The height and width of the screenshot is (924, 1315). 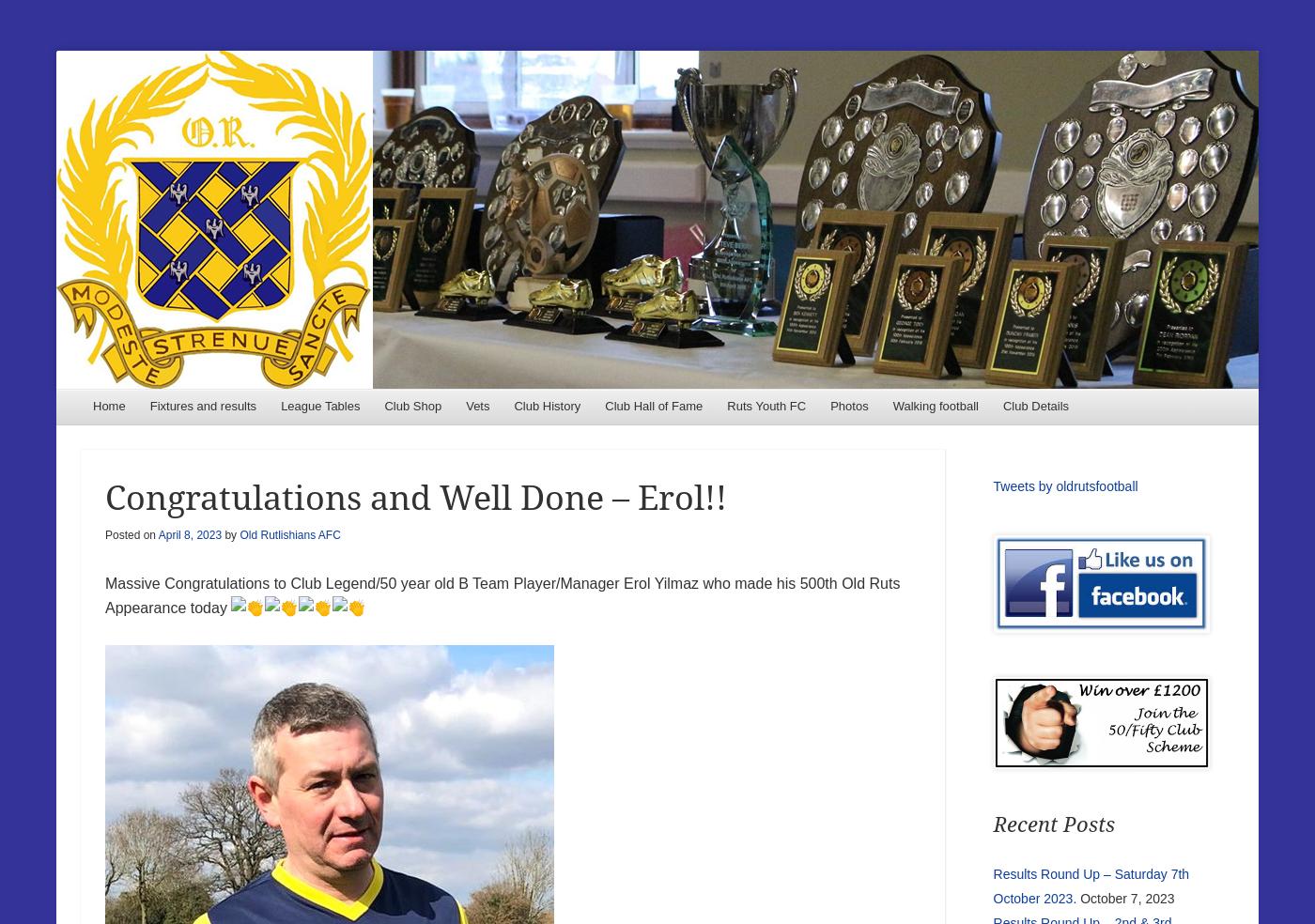 I want to click on 'Congratulations and Well Done – Erol!!', so click(x=415, y=497).